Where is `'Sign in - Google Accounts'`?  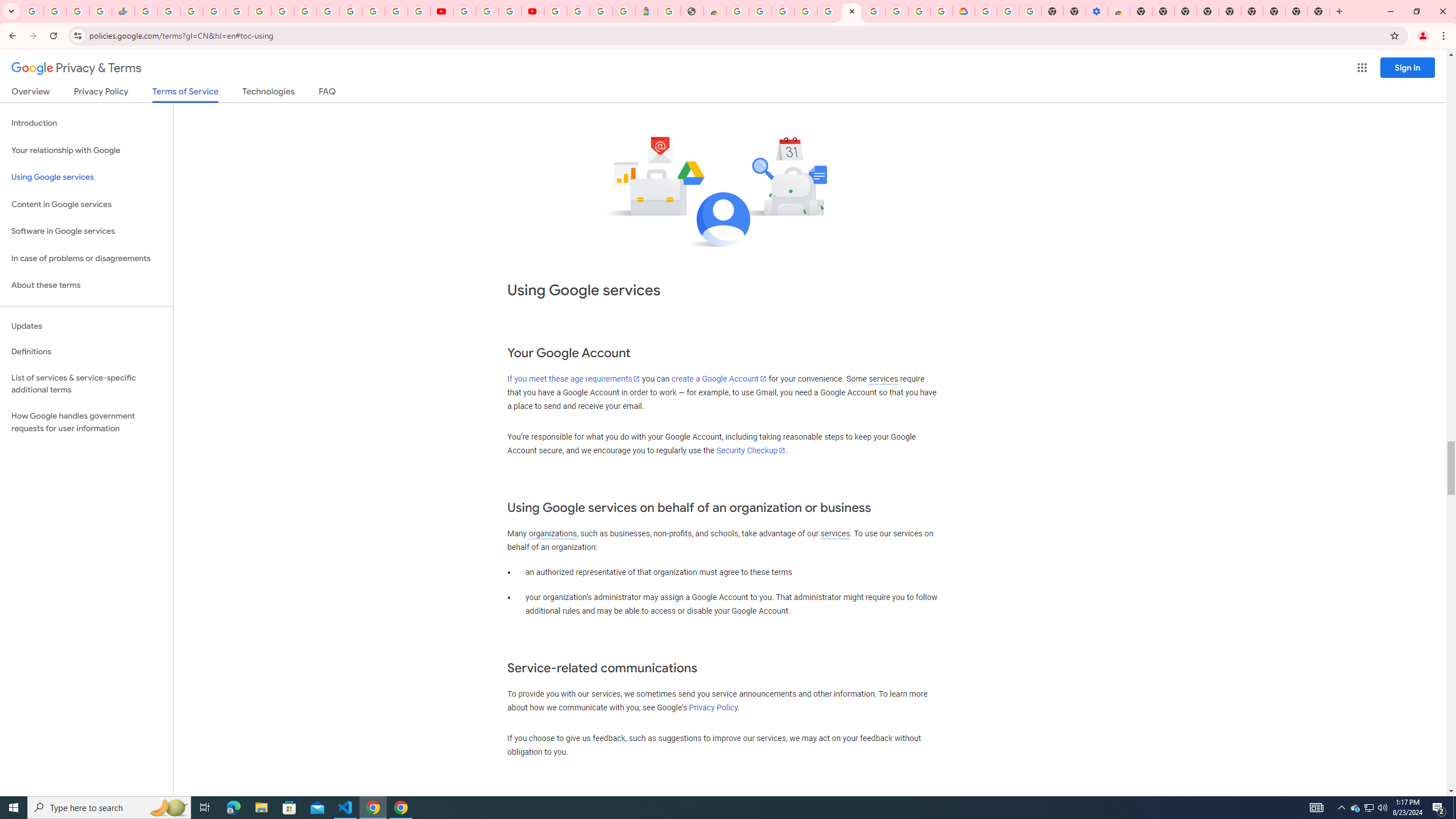 'Sign in - Google Accounts' is located at coordinates (578, 11).